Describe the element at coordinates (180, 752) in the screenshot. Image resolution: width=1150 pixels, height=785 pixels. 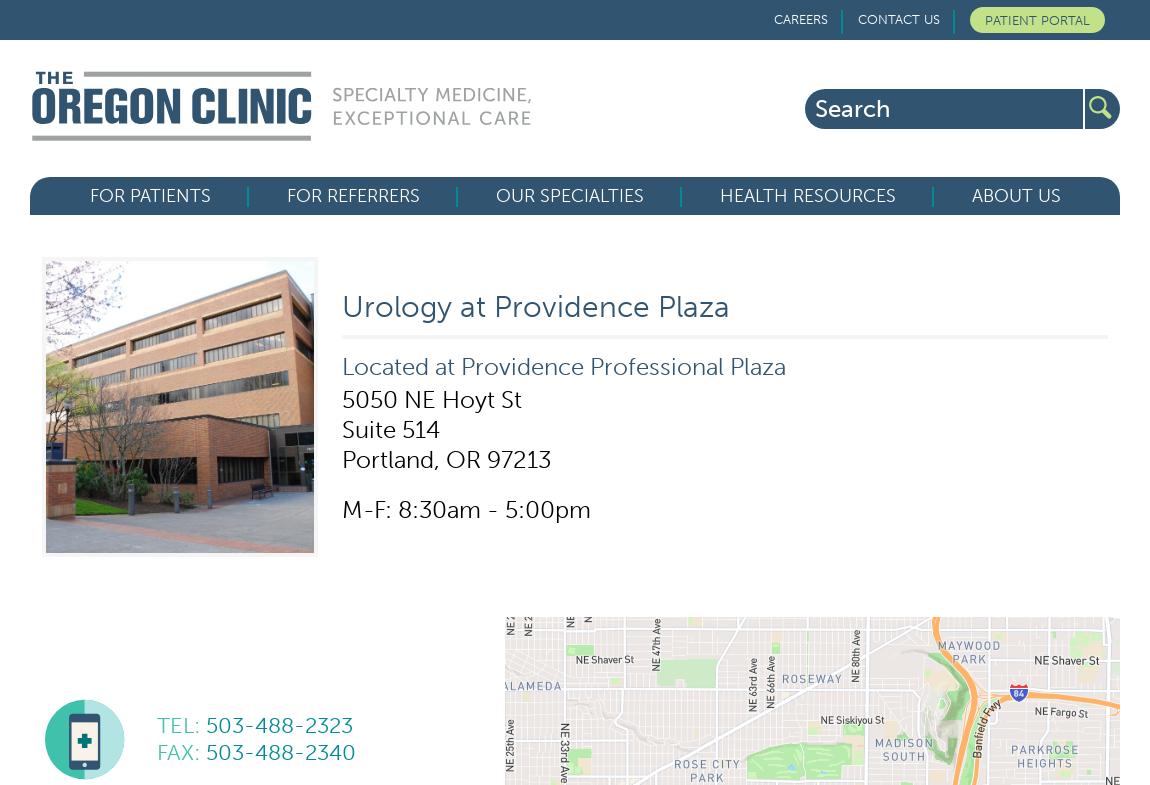
I see `'FAX:'` at that location.